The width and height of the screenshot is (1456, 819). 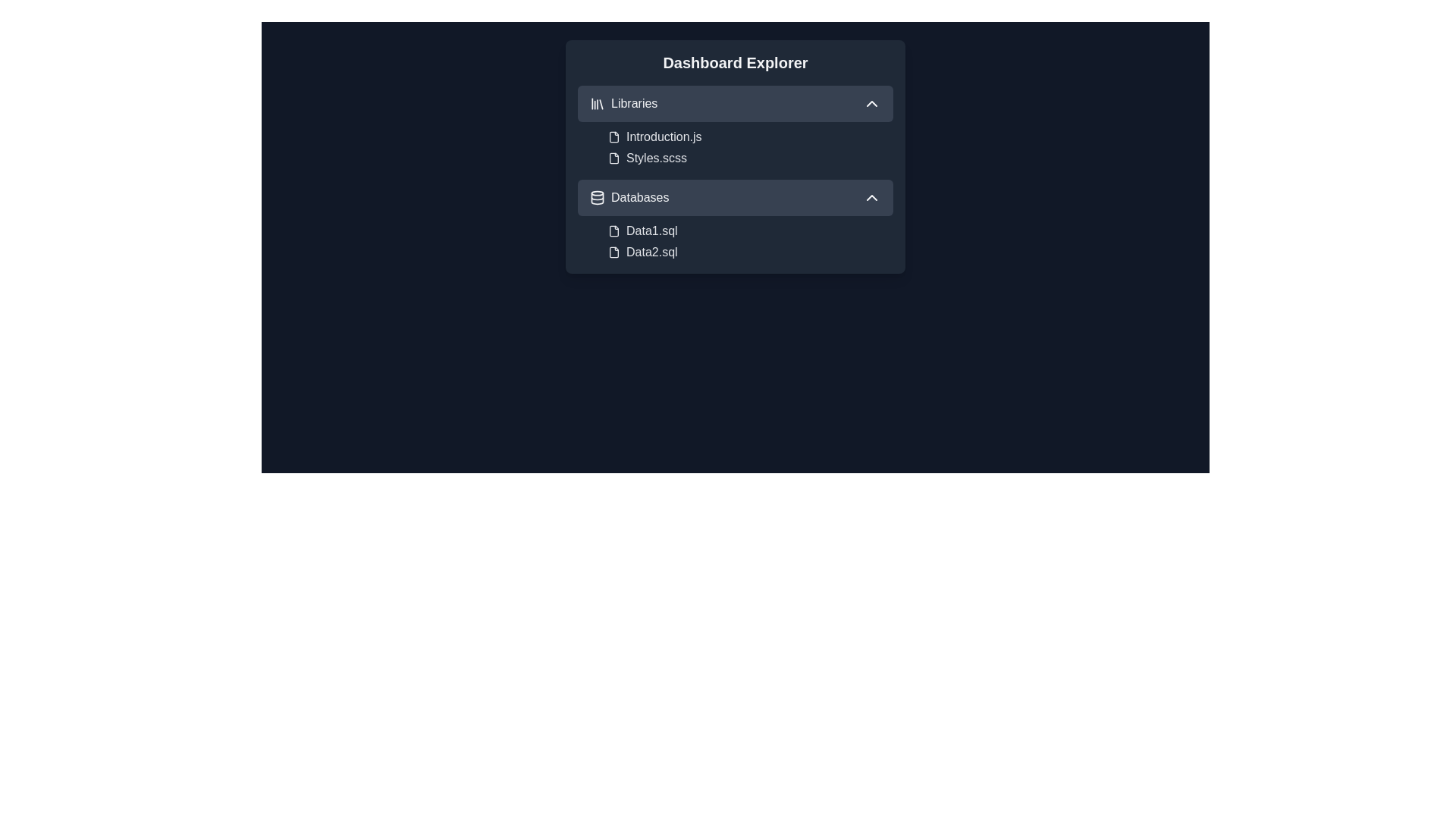 I want to click on the chevron icon on the 'Databases' dropdown menu header, so click(x=735, y=220).